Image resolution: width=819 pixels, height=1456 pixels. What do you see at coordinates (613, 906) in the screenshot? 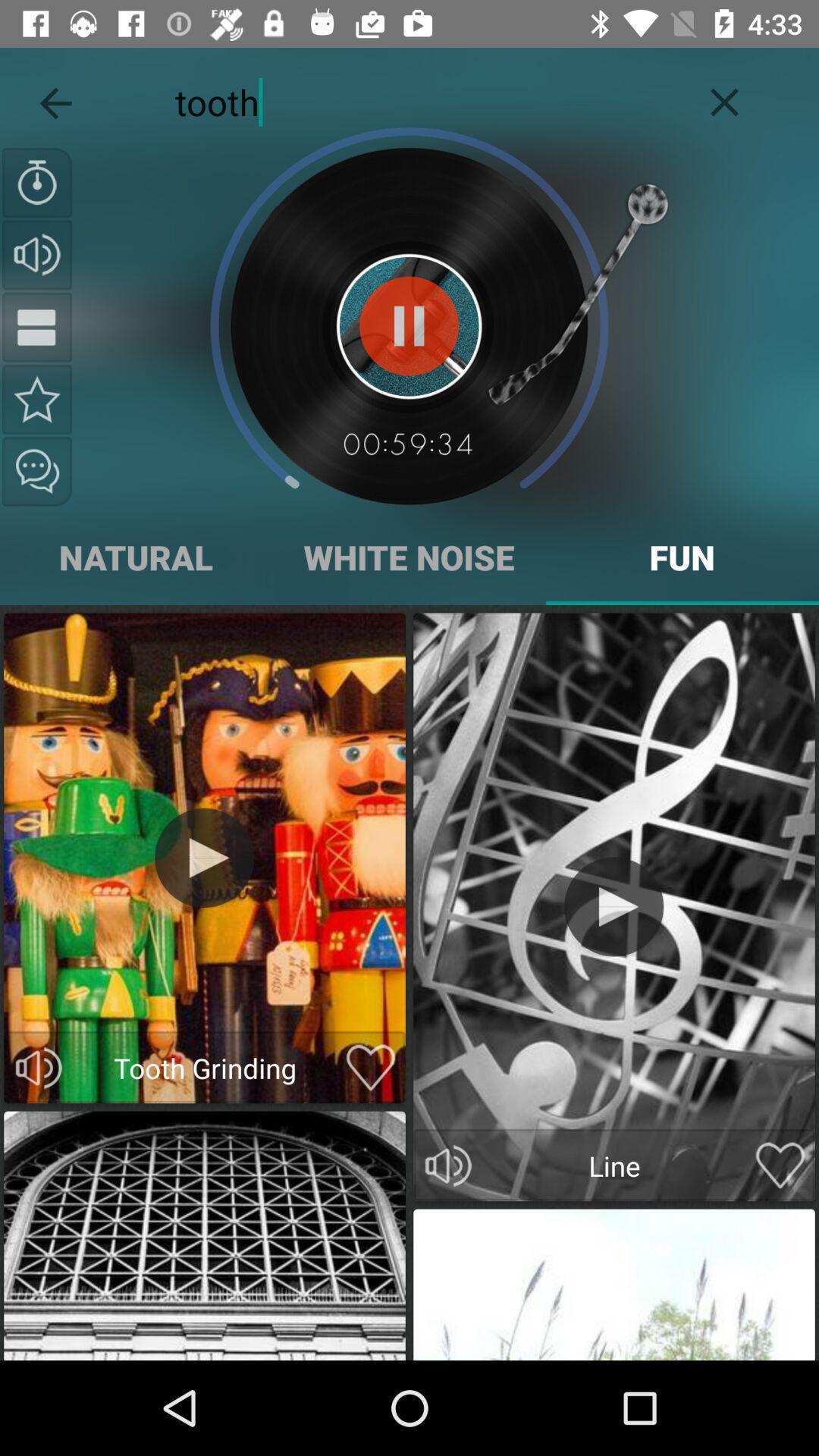
I see `play` at bounding box center [613, 906].